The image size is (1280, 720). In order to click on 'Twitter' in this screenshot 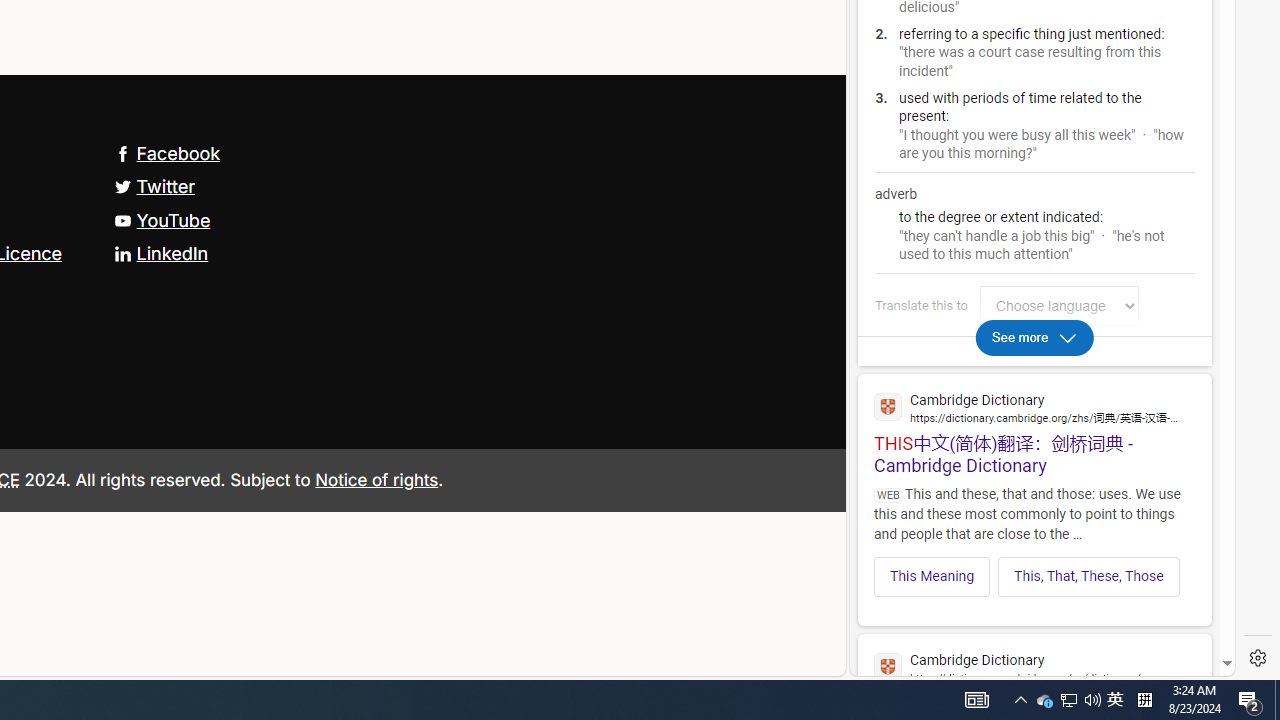, I will do `click(153, 186)`.